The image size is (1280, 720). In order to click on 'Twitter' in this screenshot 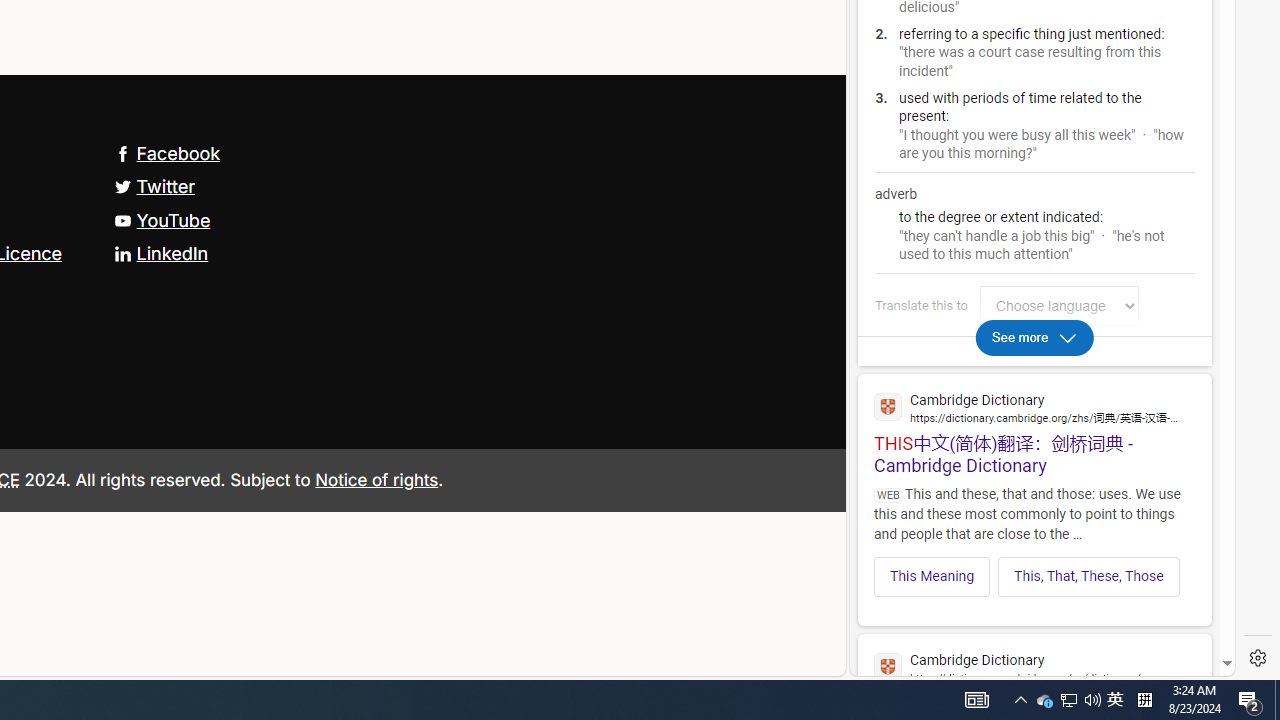, I will do `click(153, 186)`.